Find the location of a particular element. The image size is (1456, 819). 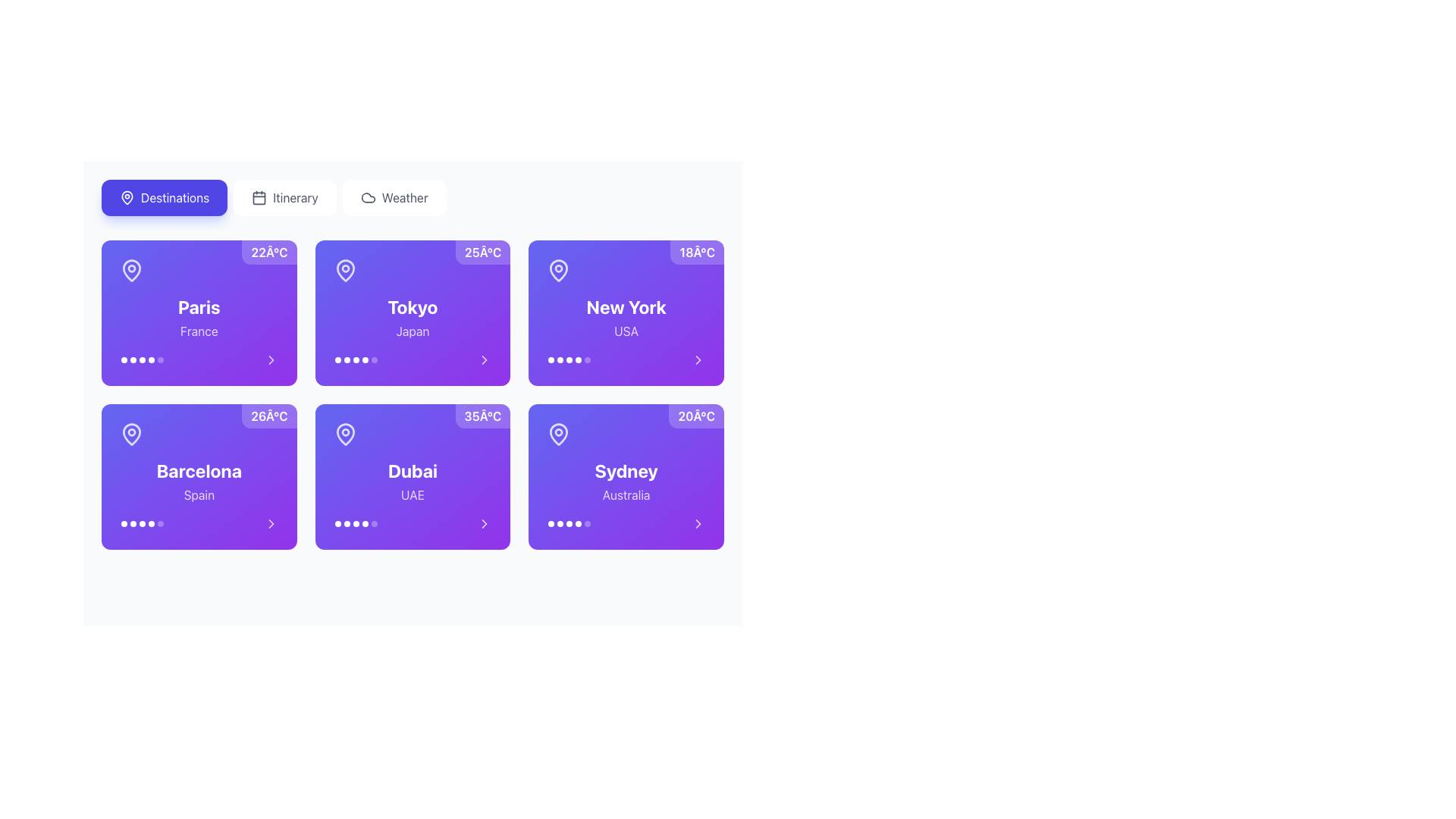

informational text label indicating the country associated with the city 'New York', which displays 'USA' is located at coordinates (626, 330).